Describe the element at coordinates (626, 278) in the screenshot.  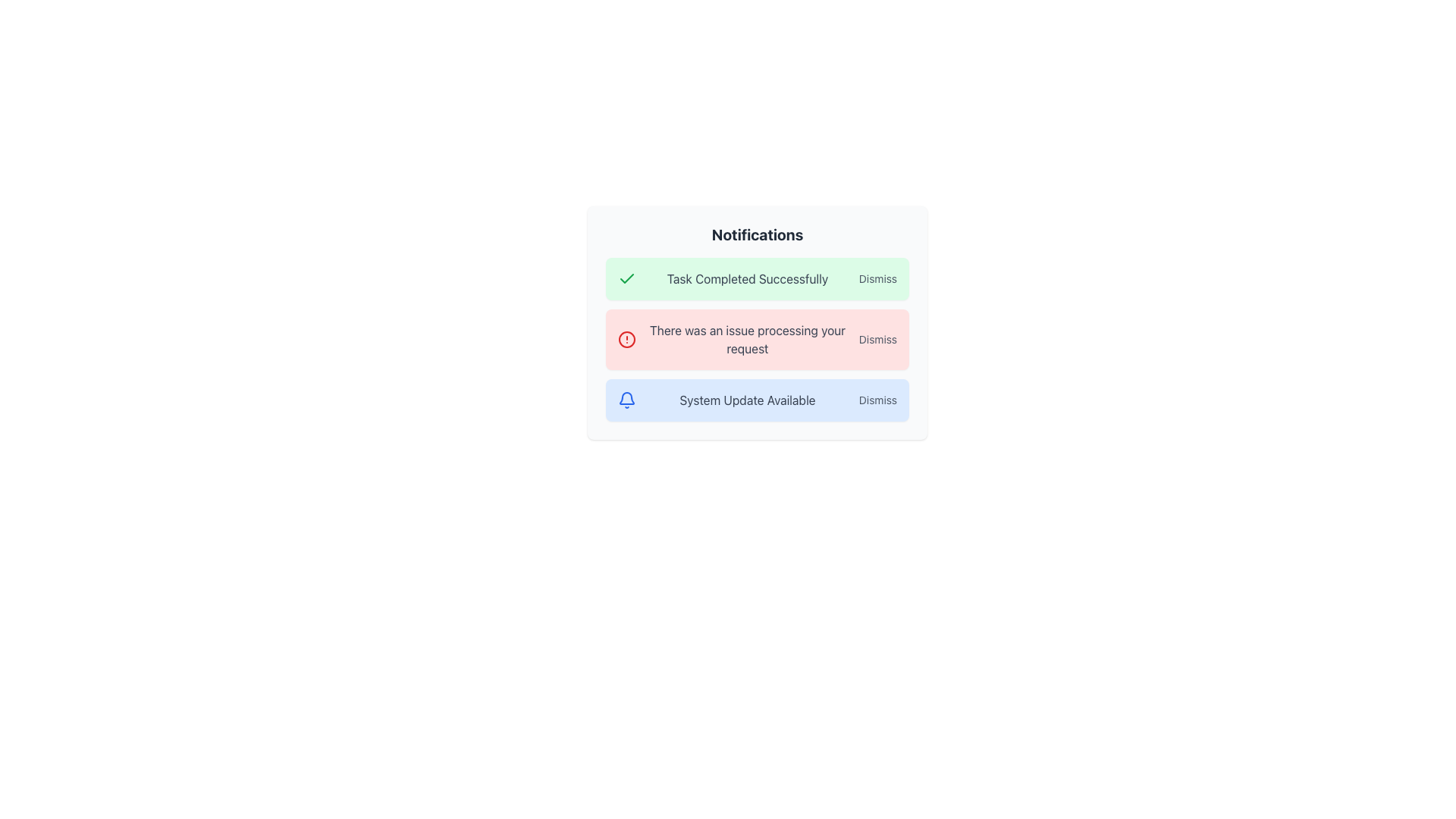
I see `the green checkmark icon that indicates a completed task, located in the first notification box aligned with the 'Task Completed Successfully' text` at that location.